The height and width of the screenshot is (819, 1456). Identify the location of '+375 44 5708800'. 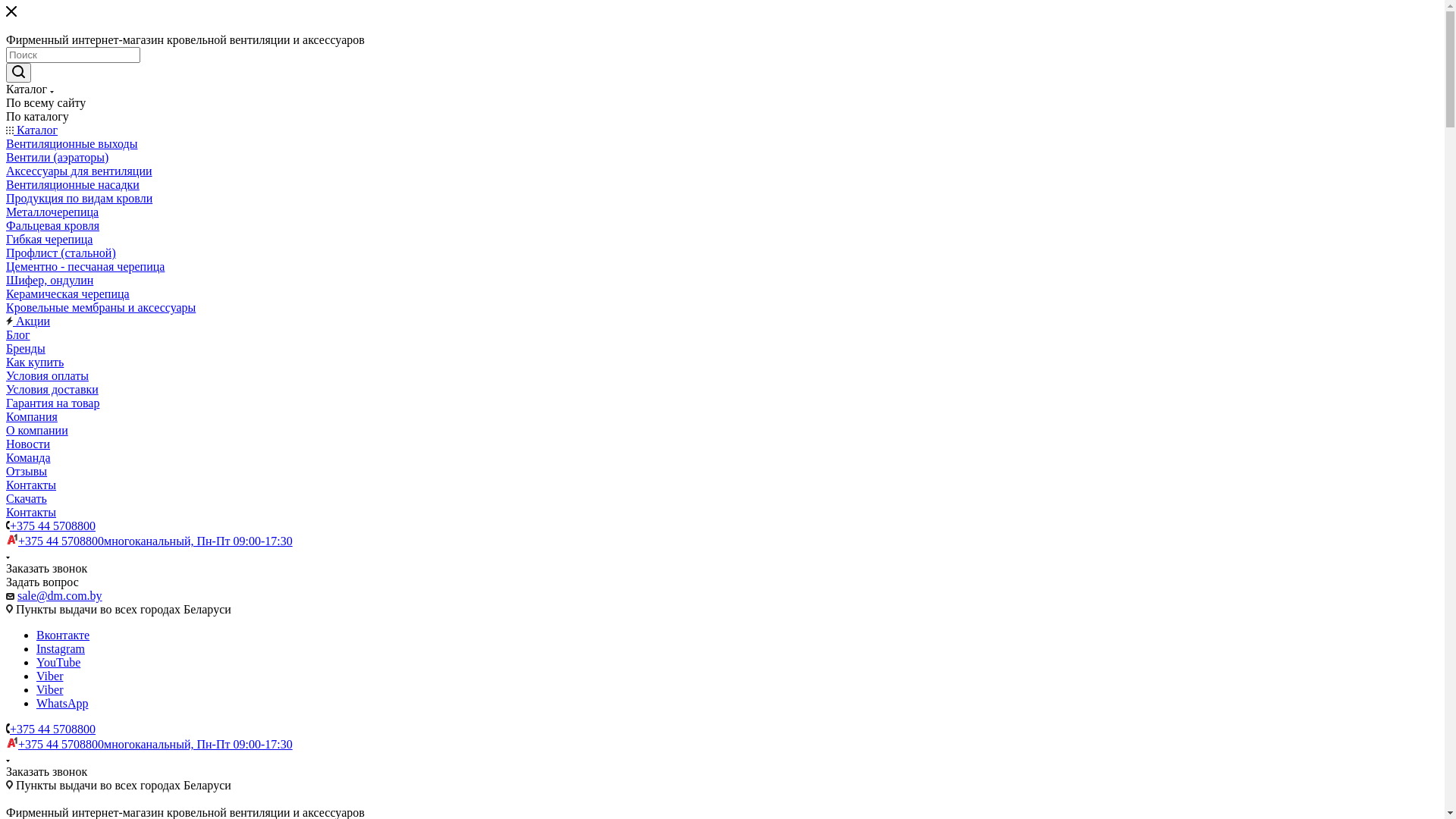
(52, 525).